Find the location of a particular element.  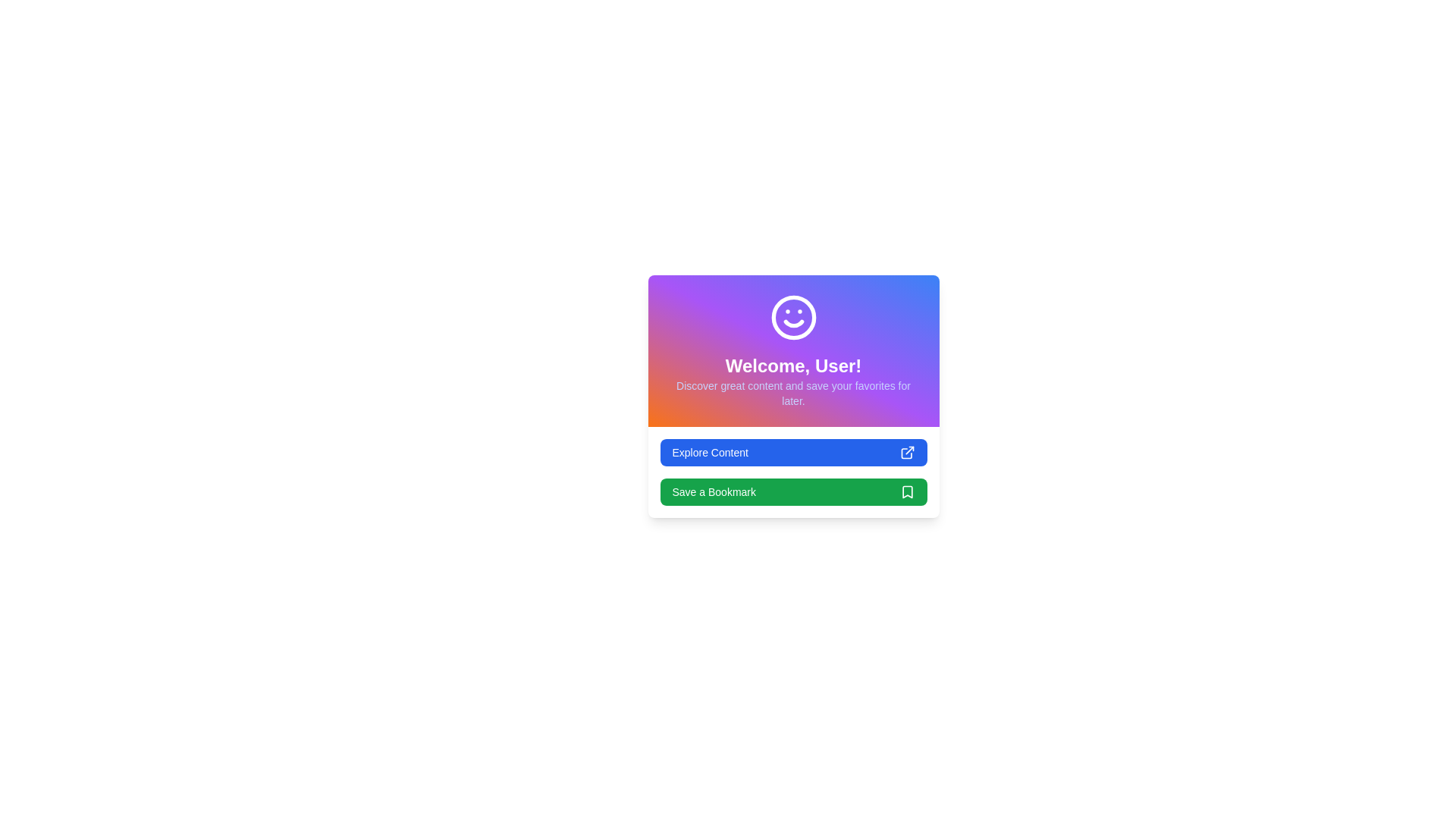

text label indicating the purpose of the green button that saves a bookmark, located beneath the blue button labeled 'Explore Content' is located at coordinates (713, 491).